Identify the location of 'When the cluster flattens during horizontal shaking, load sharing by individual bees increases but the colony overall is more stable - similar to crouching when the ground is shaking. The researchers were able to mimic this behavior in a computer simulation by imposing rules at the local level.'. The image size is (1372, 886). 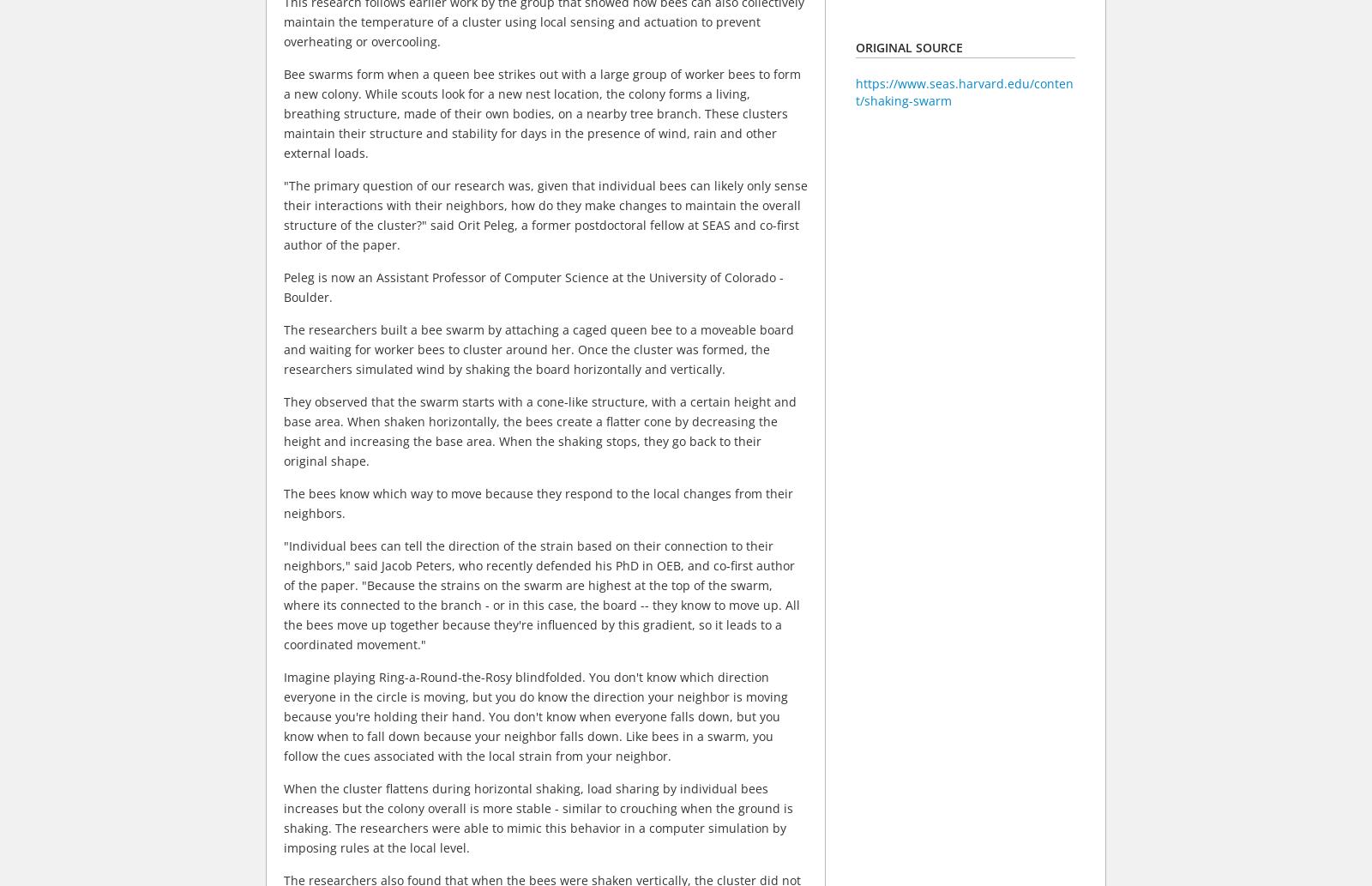
(539, 817).